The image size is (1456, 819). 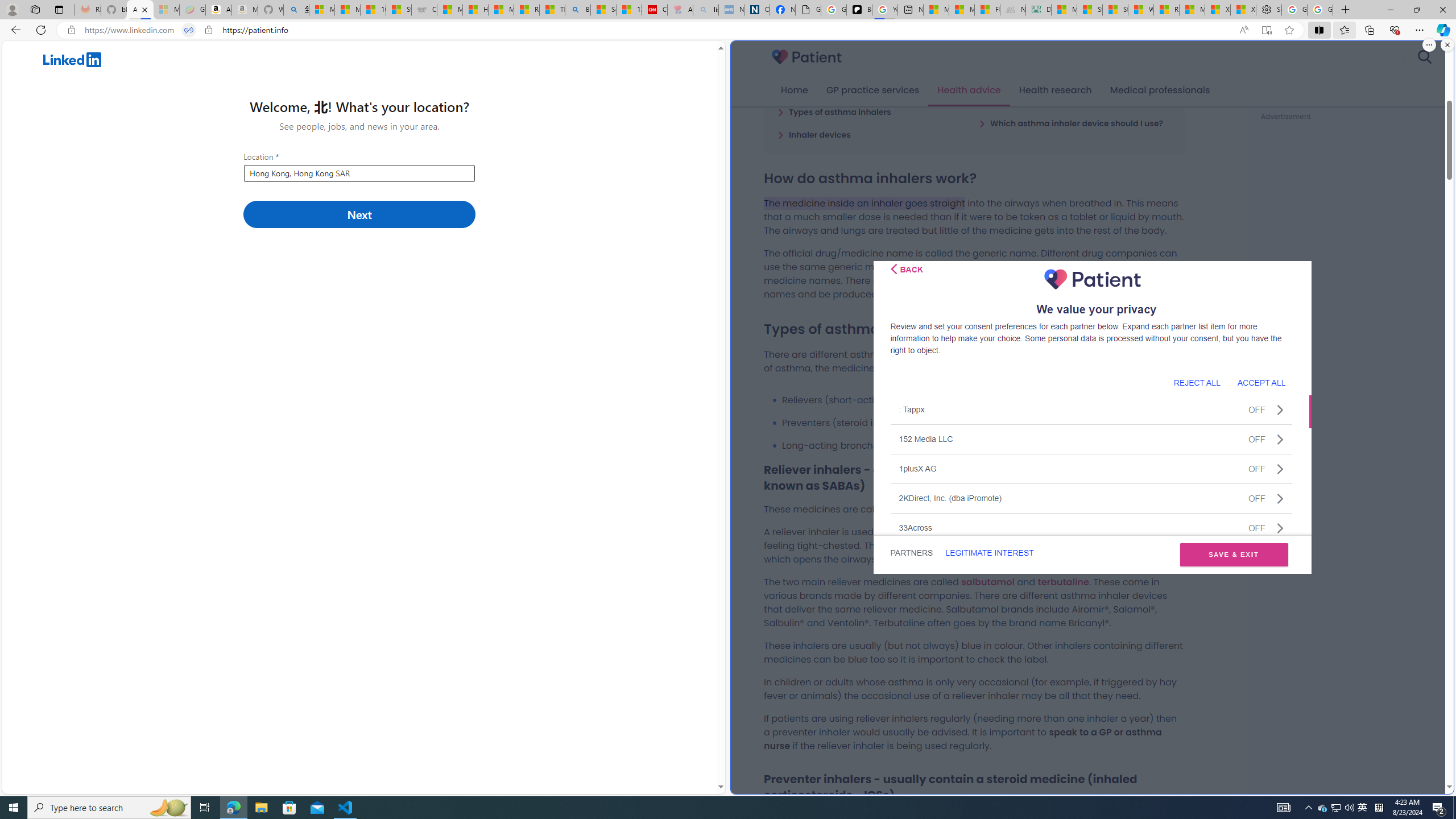 I want to click on 'GP practice services', so click(x=872, y=90).